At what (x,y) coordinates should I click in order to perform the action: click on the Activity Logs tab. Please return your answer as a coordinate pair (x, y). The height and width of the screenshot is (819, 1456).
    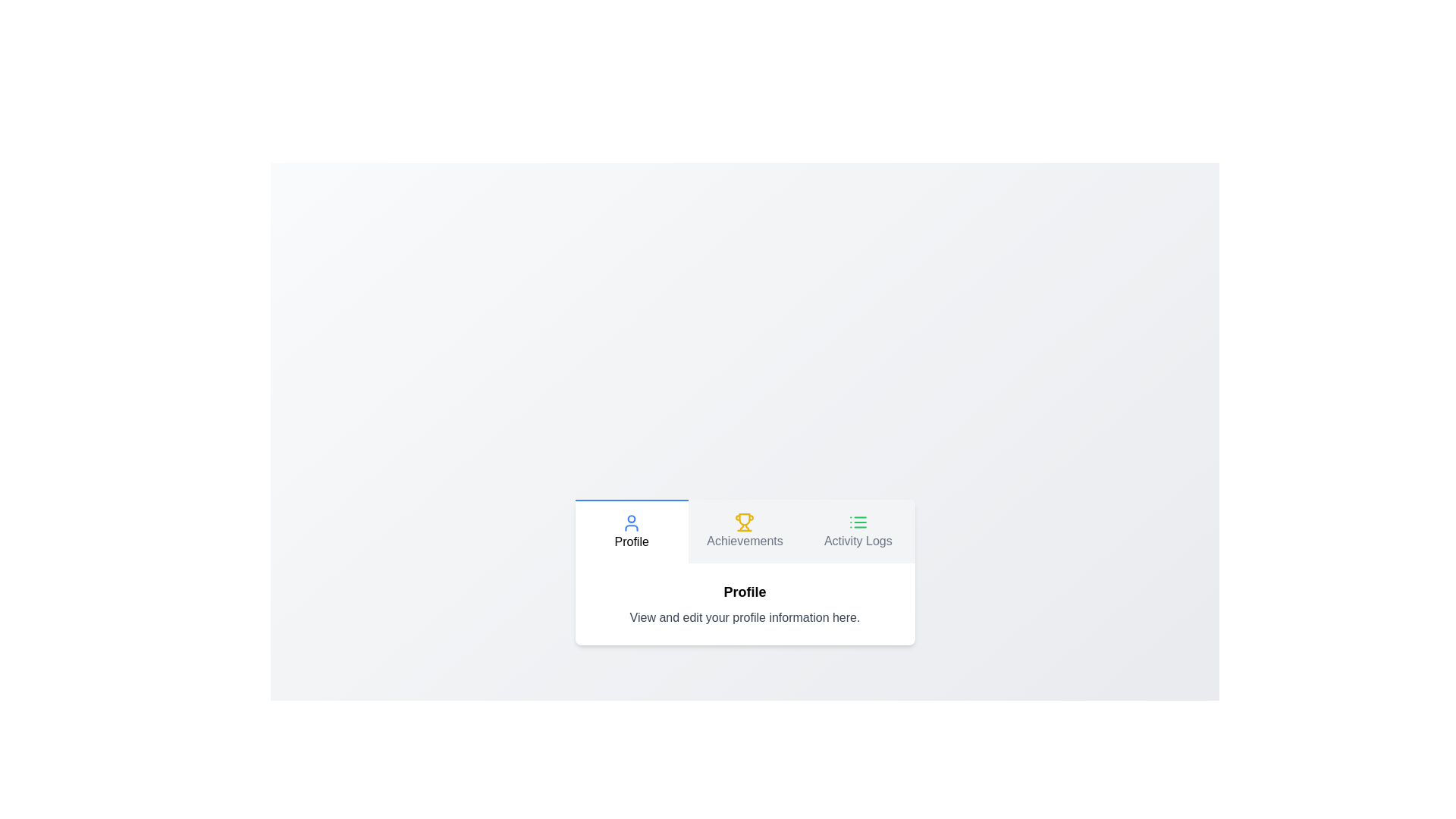
    Looking at the image, I should click on (858, 531).